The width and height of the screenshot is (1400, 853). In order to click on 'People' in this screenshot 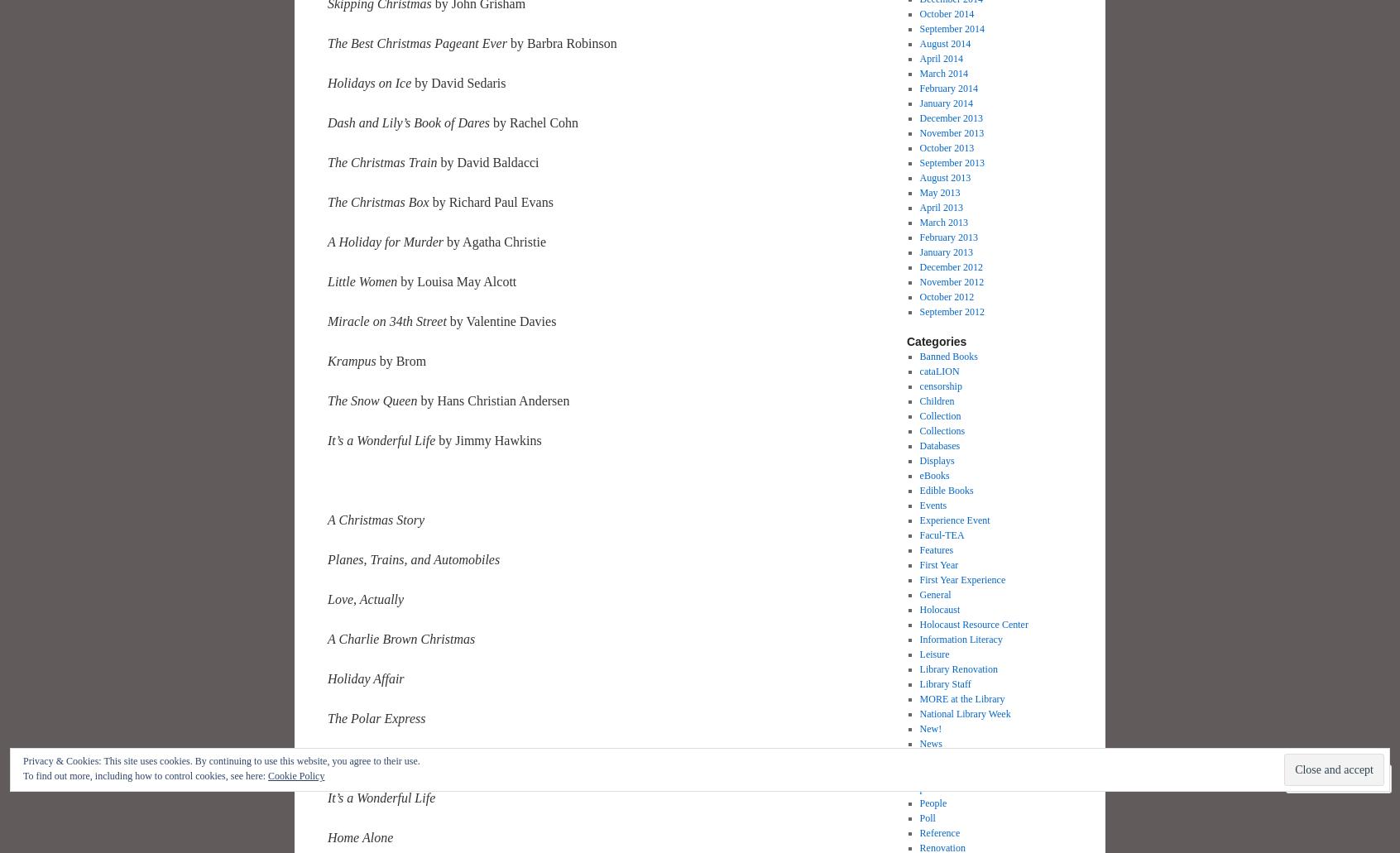, I will do `click(918, 802)`.